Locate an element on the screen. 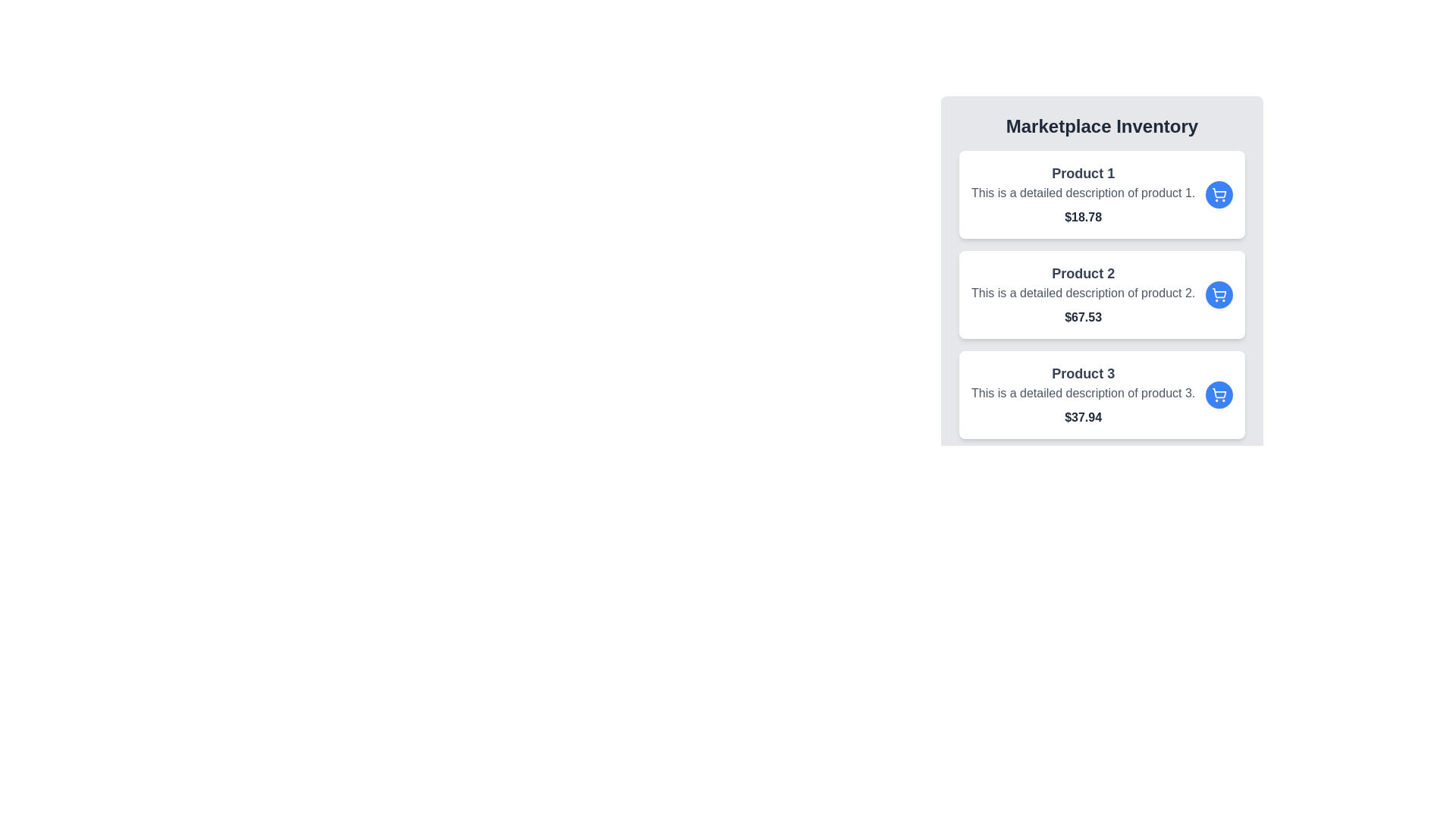 The image size is (1456, 819). the price text '$37.94' displayed in bold gray font, which is located below the descriptive text for 'Product 3' is located at coordinates (1082, 418).